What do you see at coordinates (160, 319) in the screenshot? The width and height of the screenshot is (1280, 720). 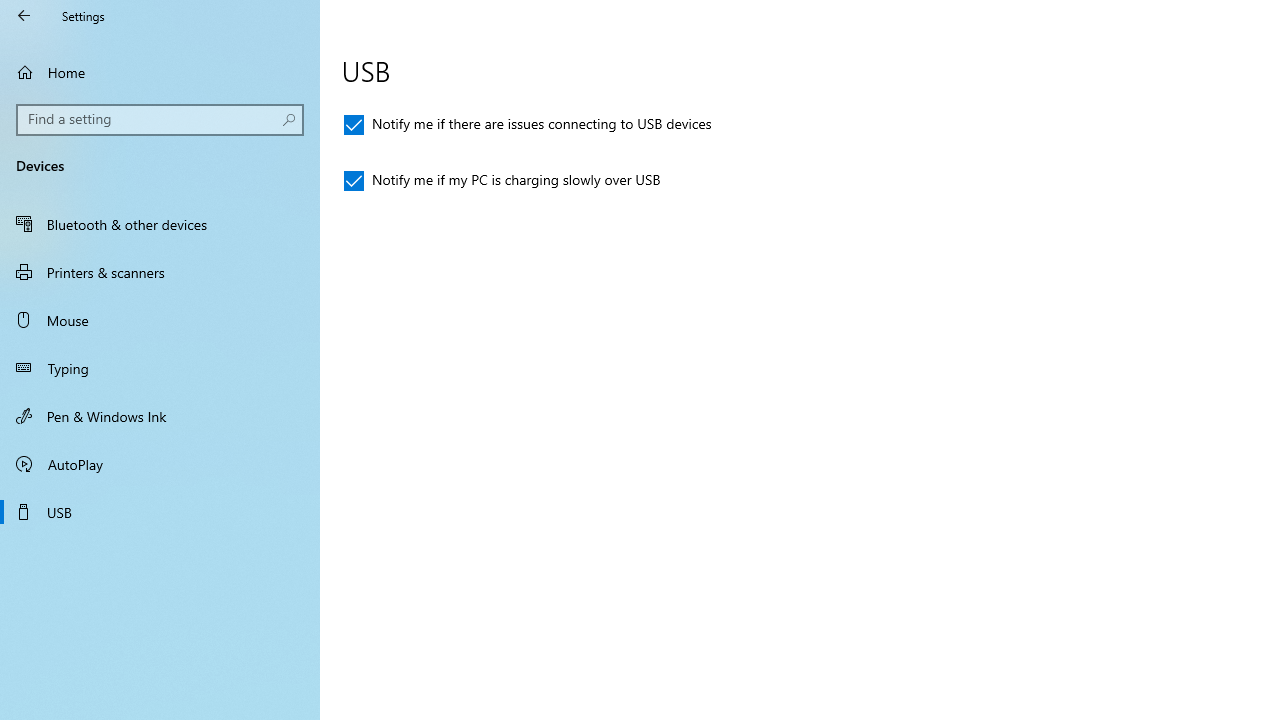 I see `'Mouse'` at bounding box center [160, 319].